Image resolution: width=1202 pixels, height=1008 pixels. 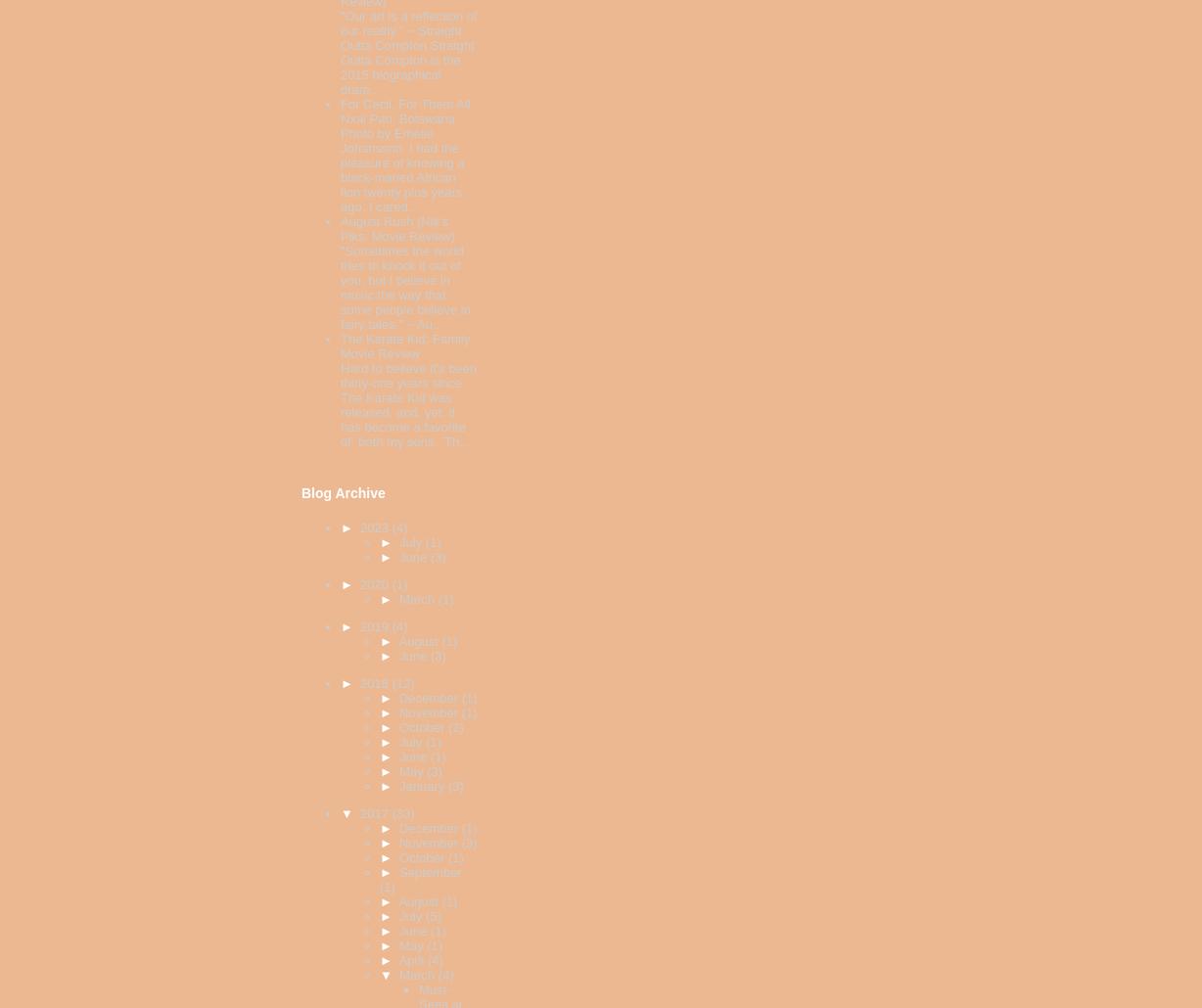 I want to click on 'Blog Archive', so click(x=343, y=491).